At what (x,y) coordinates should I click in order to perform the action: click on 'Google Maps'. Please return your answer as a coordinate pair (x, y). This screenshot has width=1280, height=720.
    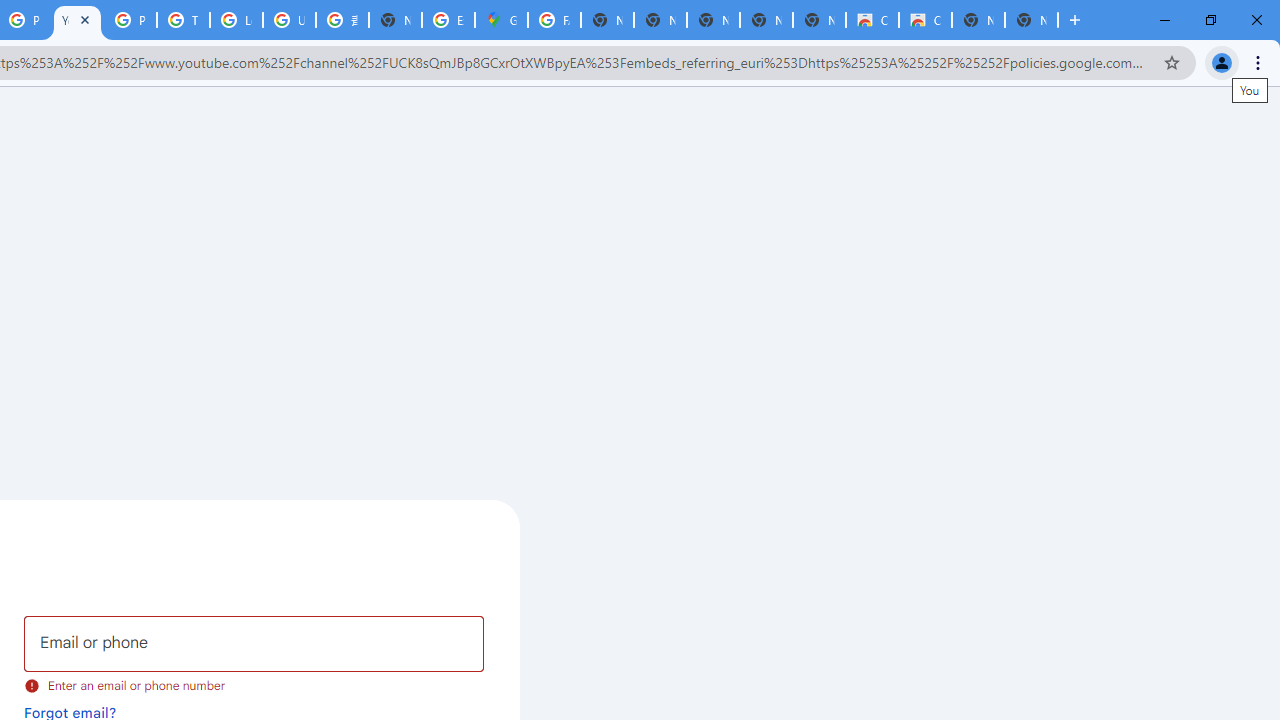
    Looking at the image, I should click on (501, 20).